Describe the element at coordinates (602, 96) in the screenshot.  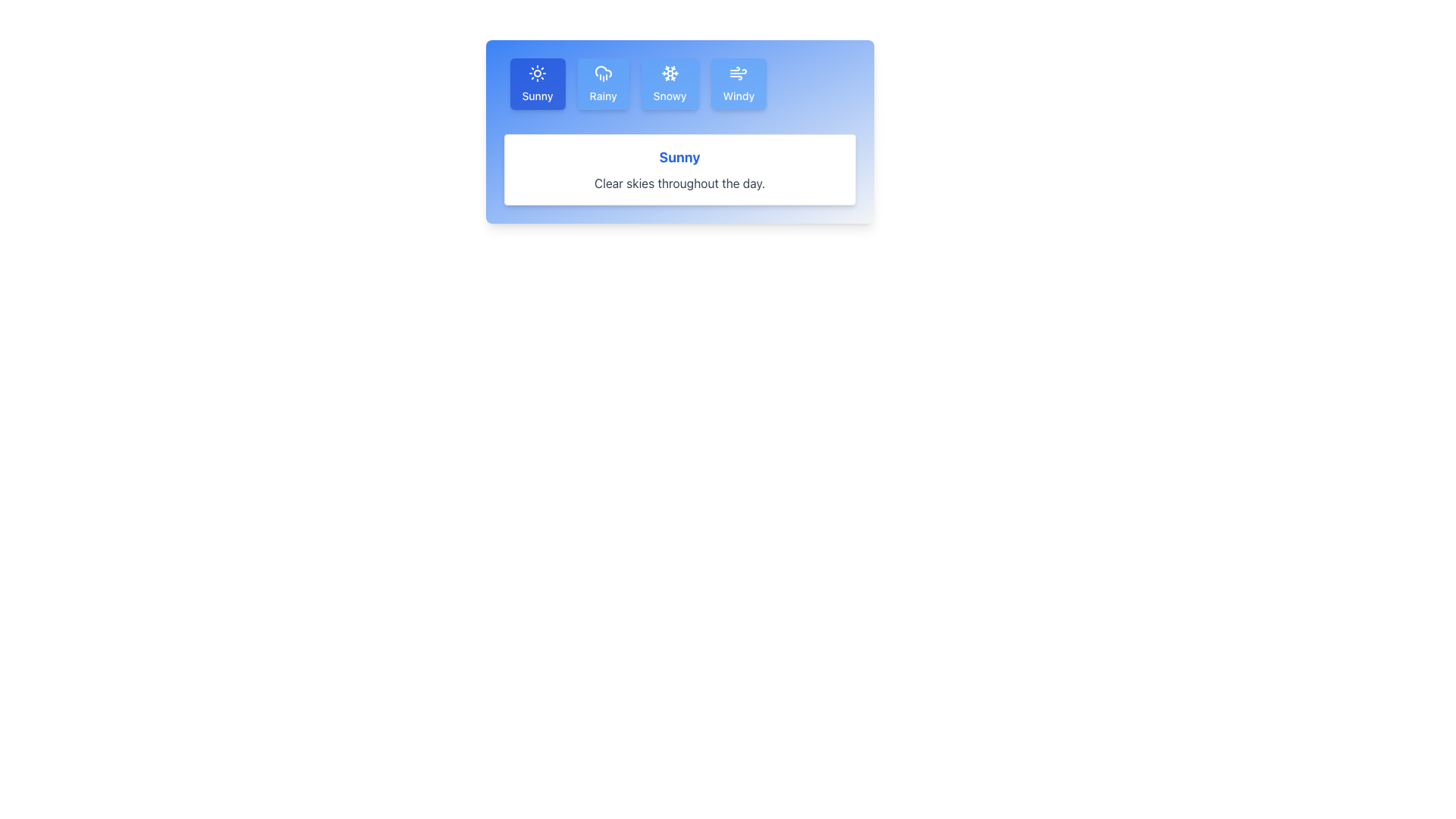
I see `label indicating the weather type 'Rainy' which is located in the second button from the left in a group of horizontally arranged weather buttons, aligned below a cloud with rain icon` at that location.